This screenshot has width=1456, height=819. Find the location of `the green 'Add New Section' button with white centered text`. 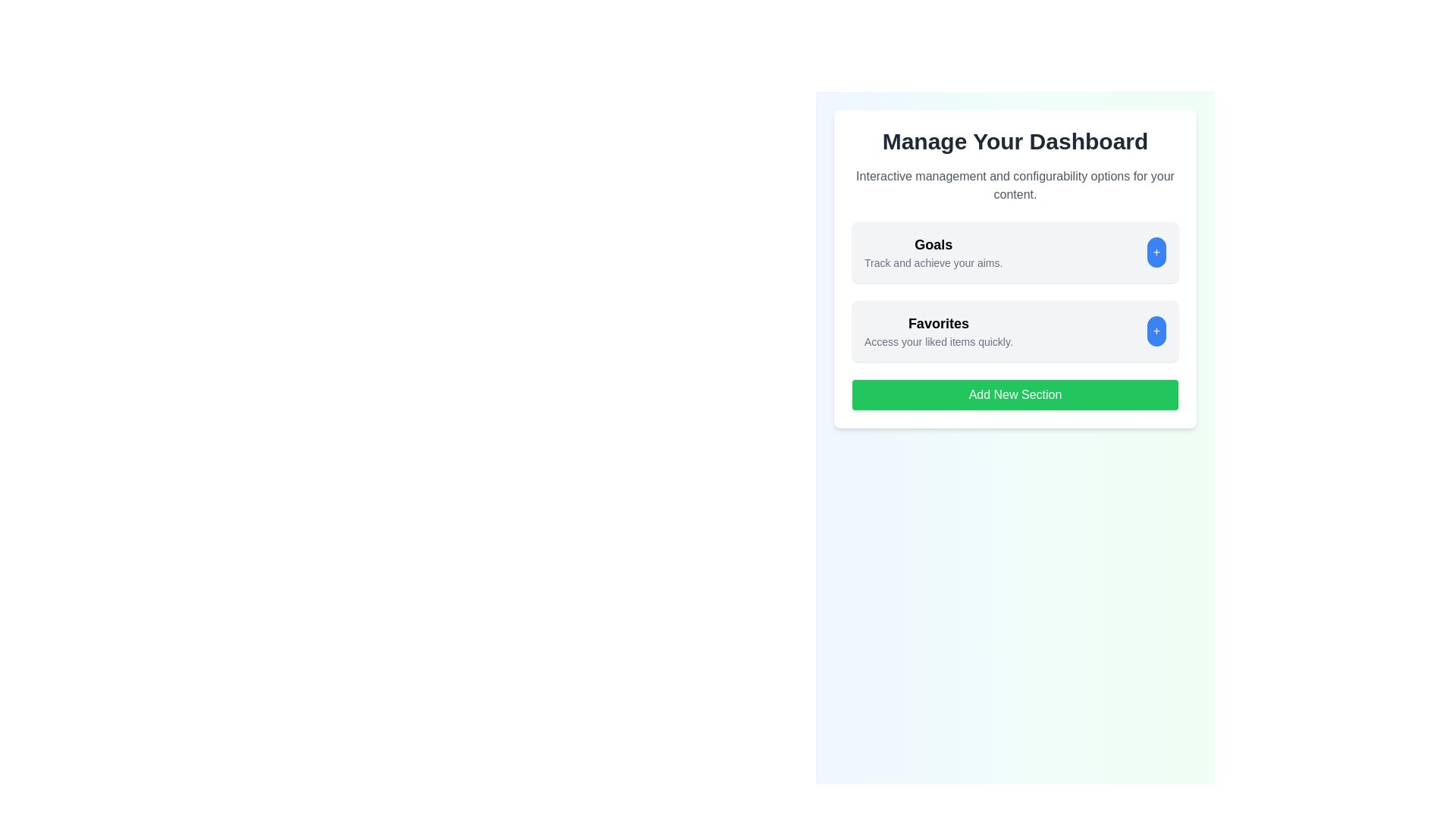

the green 'Add New Section' button with white centered text is located at coordinates (1015, 394).